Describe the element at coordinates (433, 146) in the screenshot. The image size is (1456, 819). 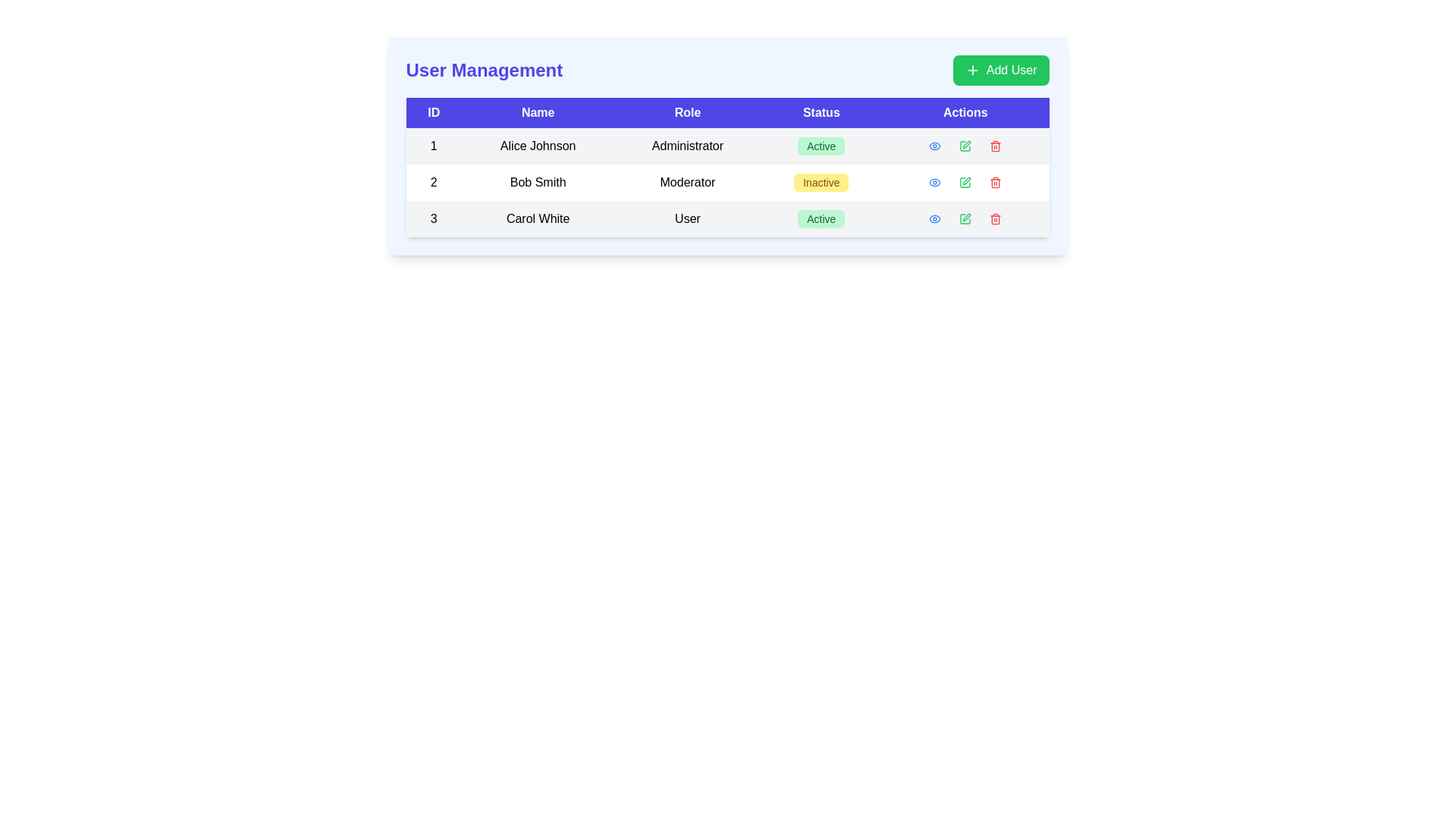
I see `text element displaying the number '1' in black text within the 'ID' column of the first row in the User Management table` at that location.